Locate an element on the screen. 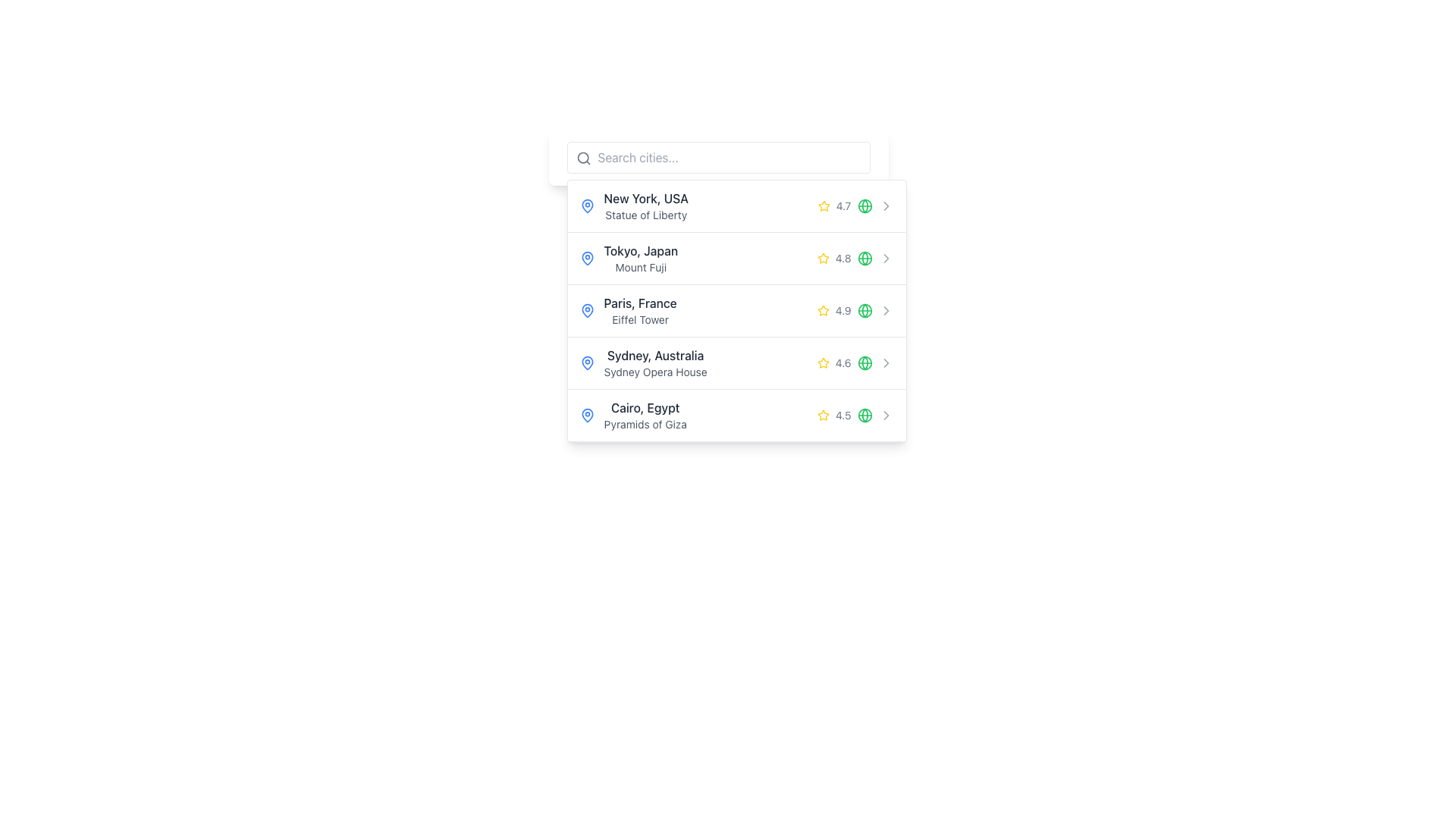 This screenshot has height=819, width=1456. the text element displaying 'New York, USA', which serves as the title for the list entry in the vertical menu is located at coordinates (646, 198).